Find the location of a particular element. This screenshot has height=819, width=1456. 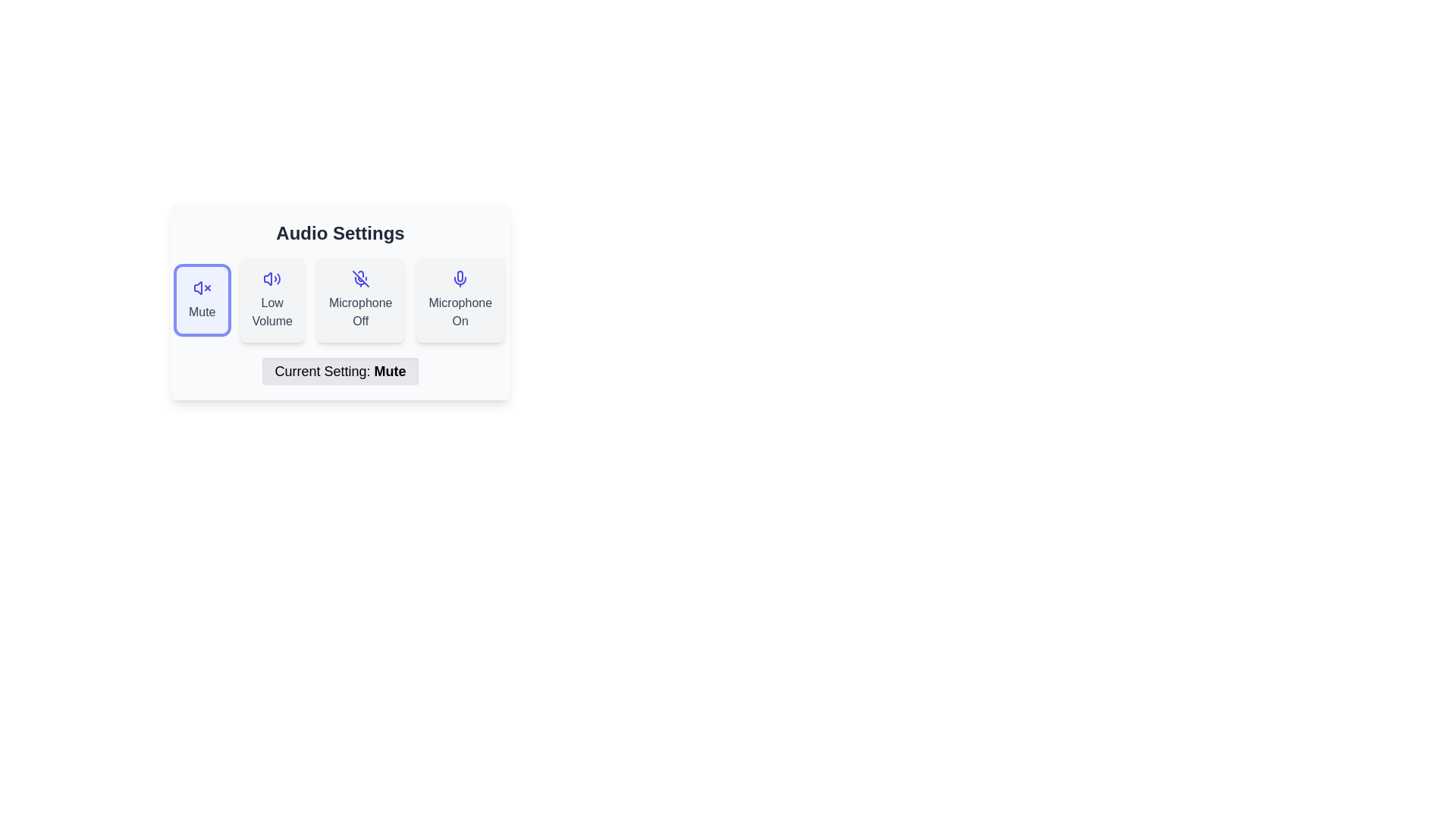

the diagonal line within the muted microphone icon, which is the 'Microphone Off' button located third from the left in the main audio settings control row is located at coordinates (359, 278).